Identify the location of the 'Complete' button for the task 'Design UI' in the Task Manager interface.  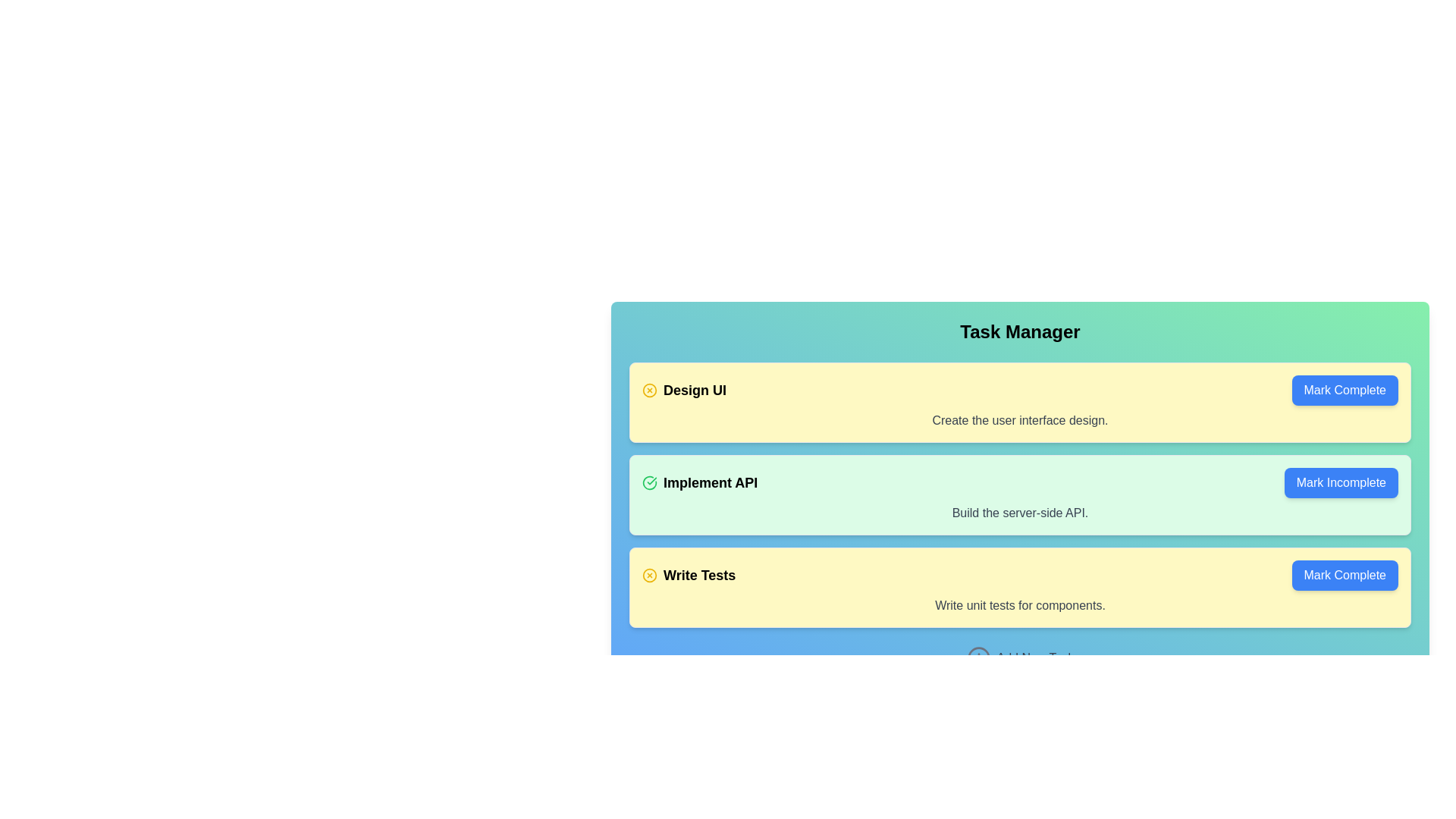
(1345, 390).